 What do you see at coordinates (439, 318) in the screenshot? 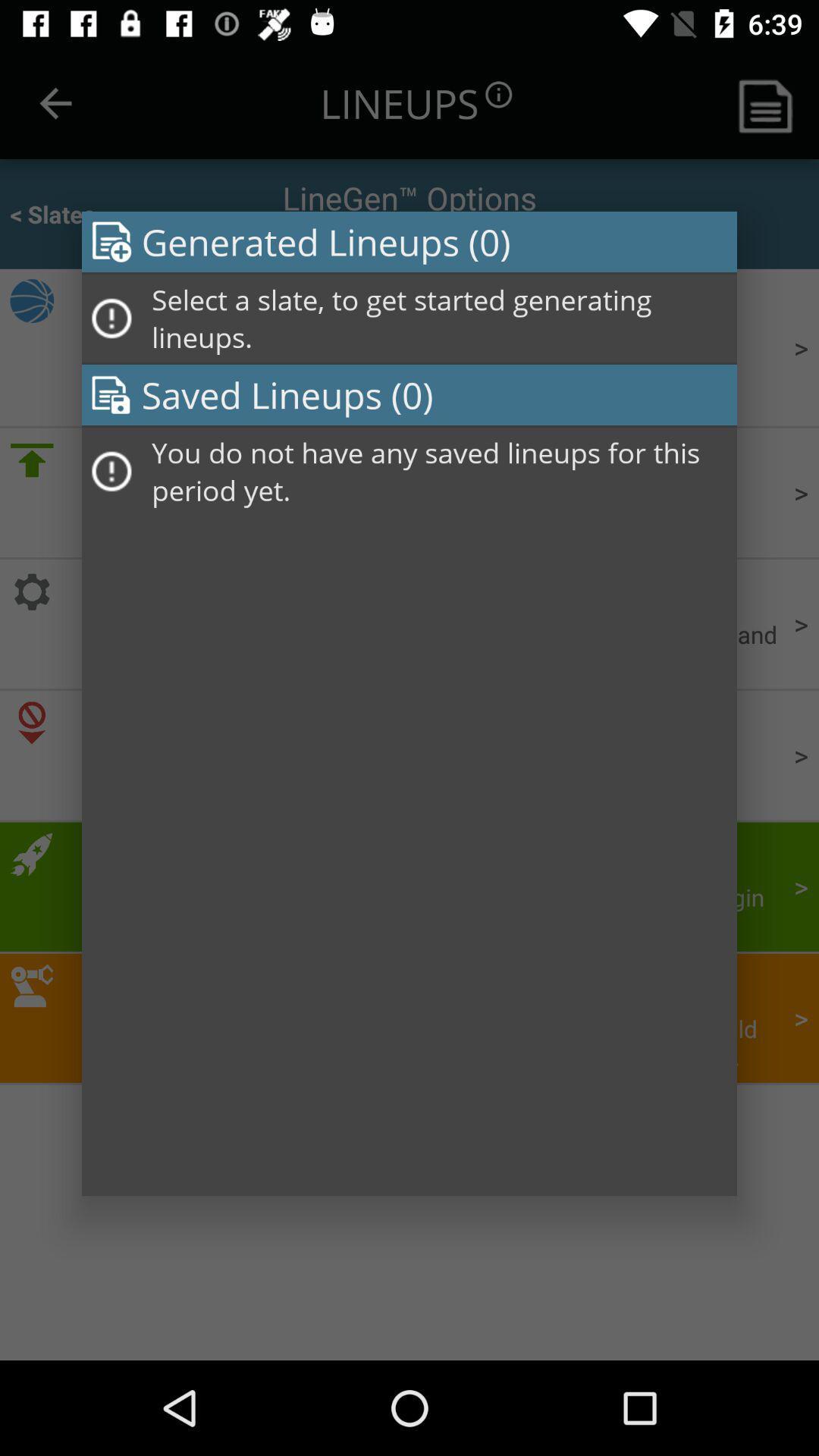
I see `select a slate item` at bounding box center [439, 318].